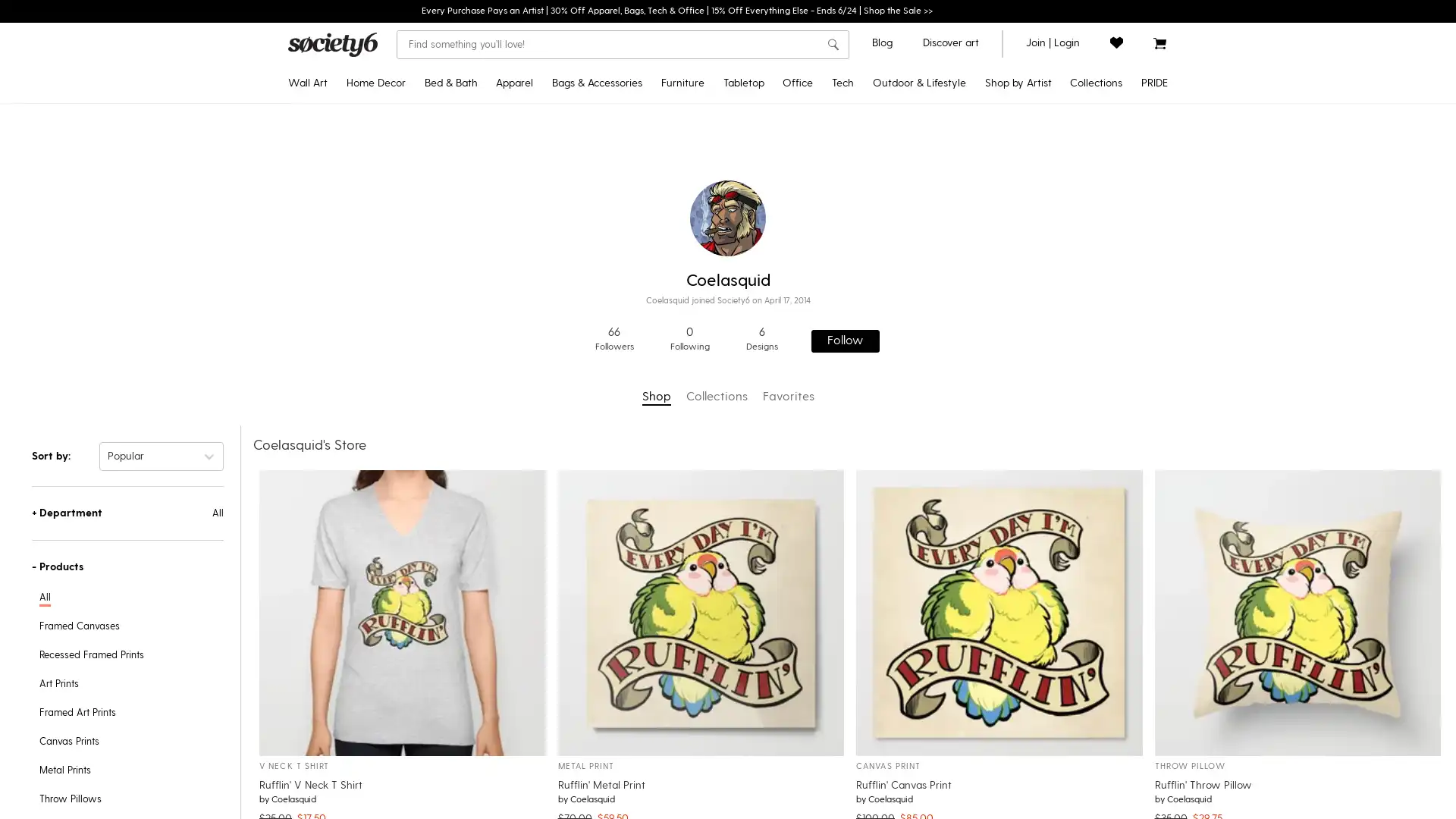  I want to click on Stickers, so click(835, 146).